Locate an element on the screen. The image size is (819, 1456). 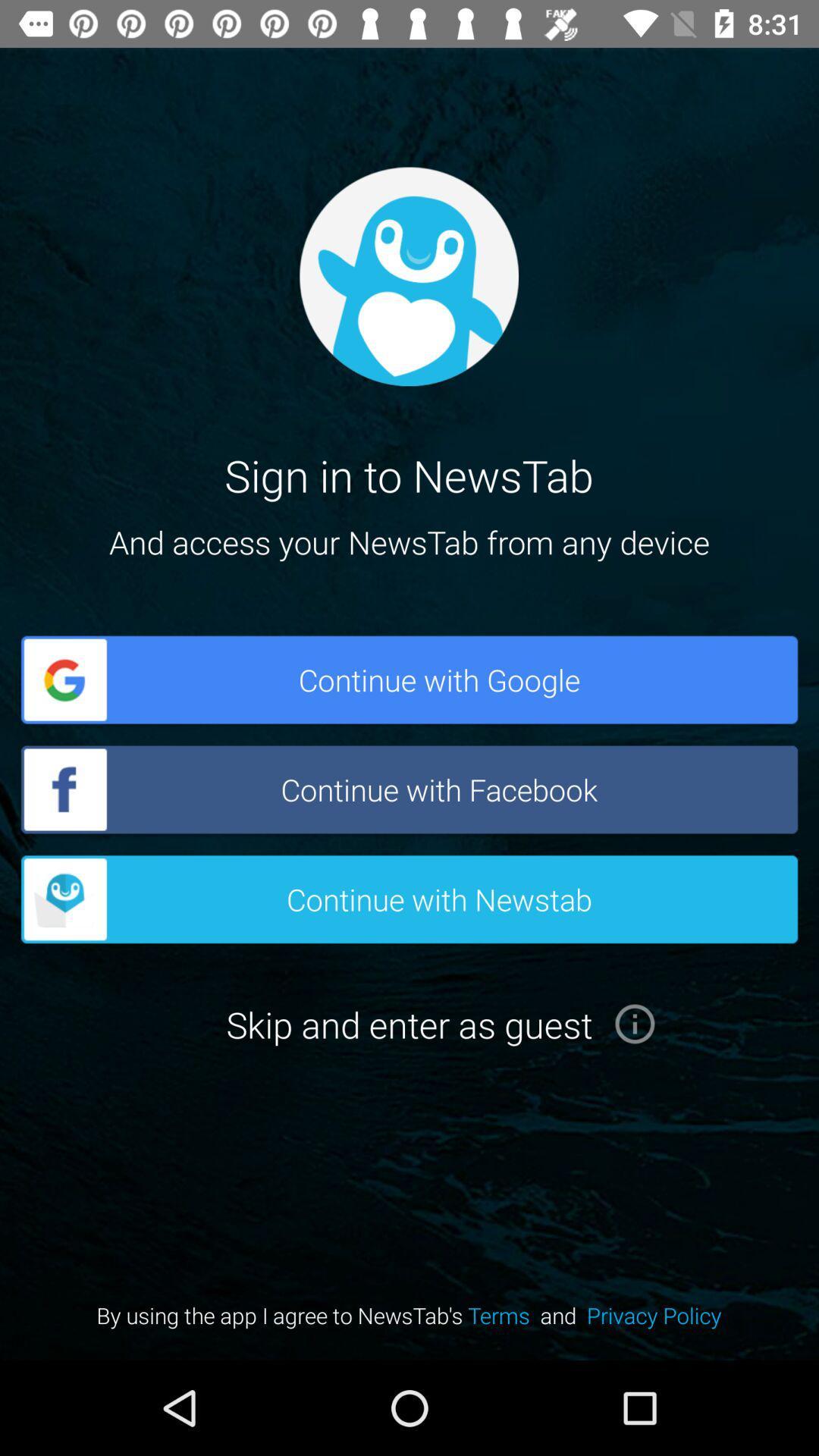
skip button is located at coordinates (635, 1024).